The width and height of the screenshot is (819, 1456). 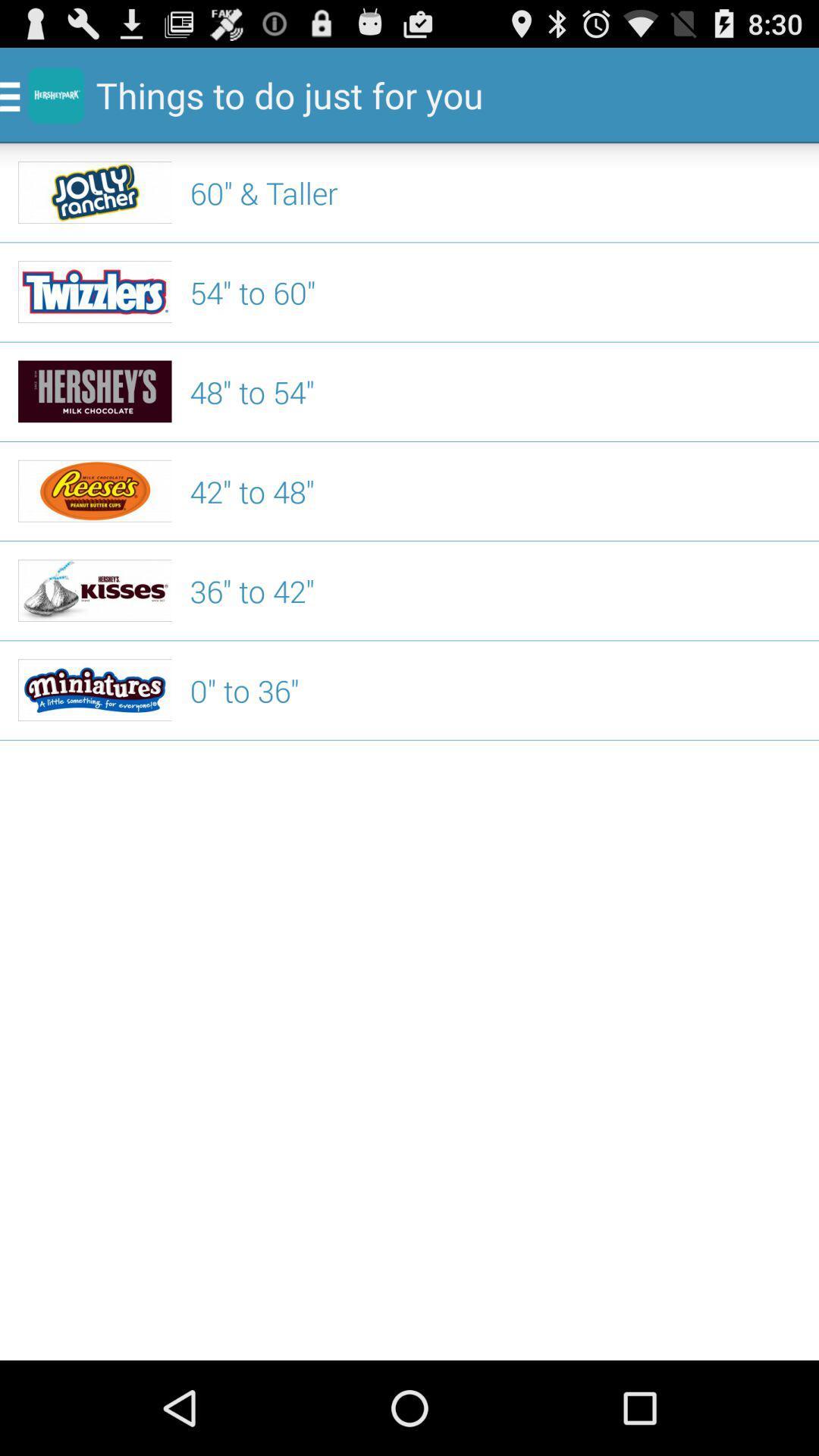 What do you see at coordinates (495, 192) in the screenshot?
I see `the icon below the things to do` at bounding box center [495, 192].